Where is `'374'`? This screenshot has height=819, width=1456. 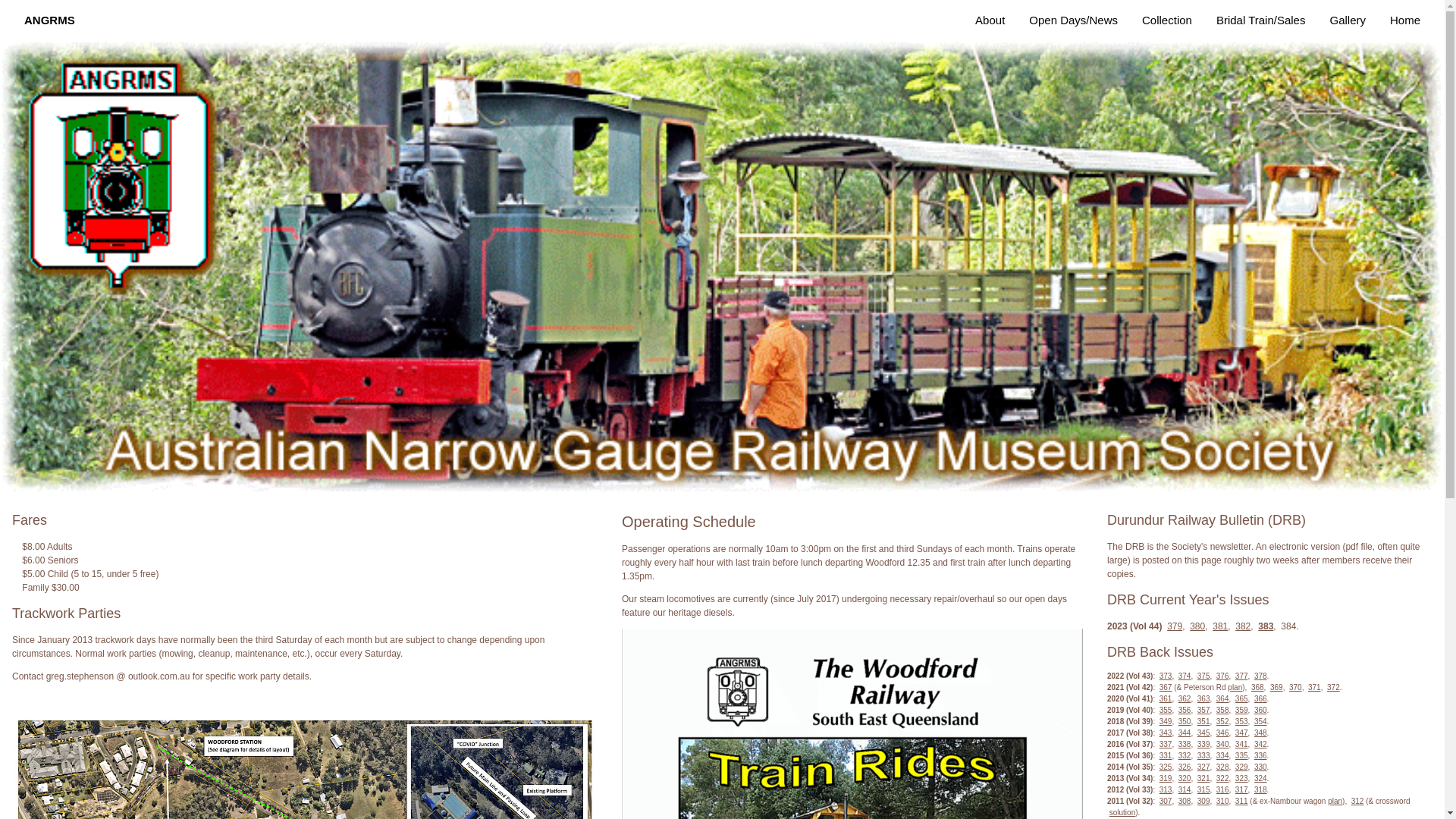
'374' is located at coordinates (1184, 675).